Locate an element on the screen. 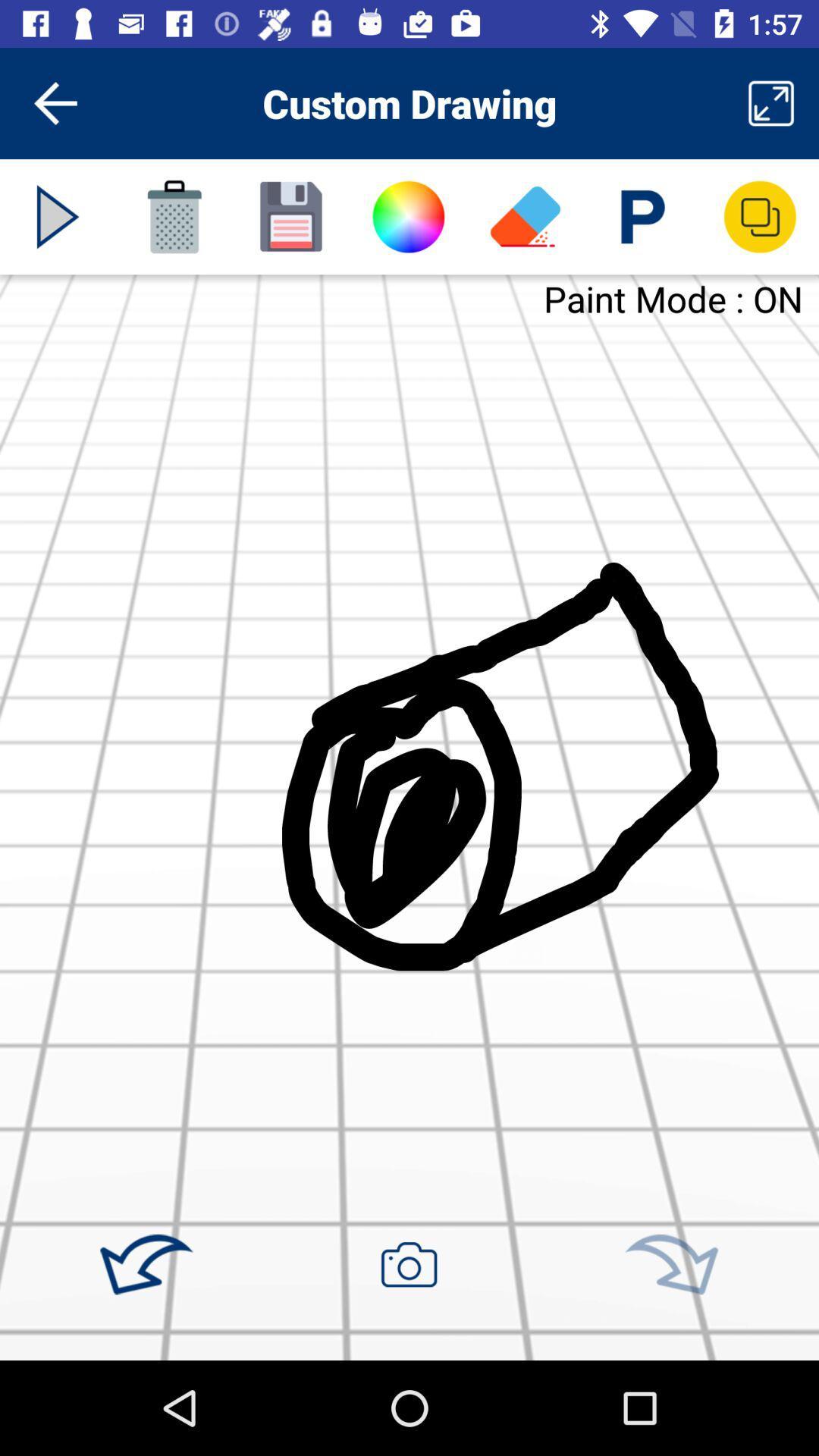 The width and height of the screenshot is (819, 1456). item below the custom drawing is located at coordinates (407, 216).